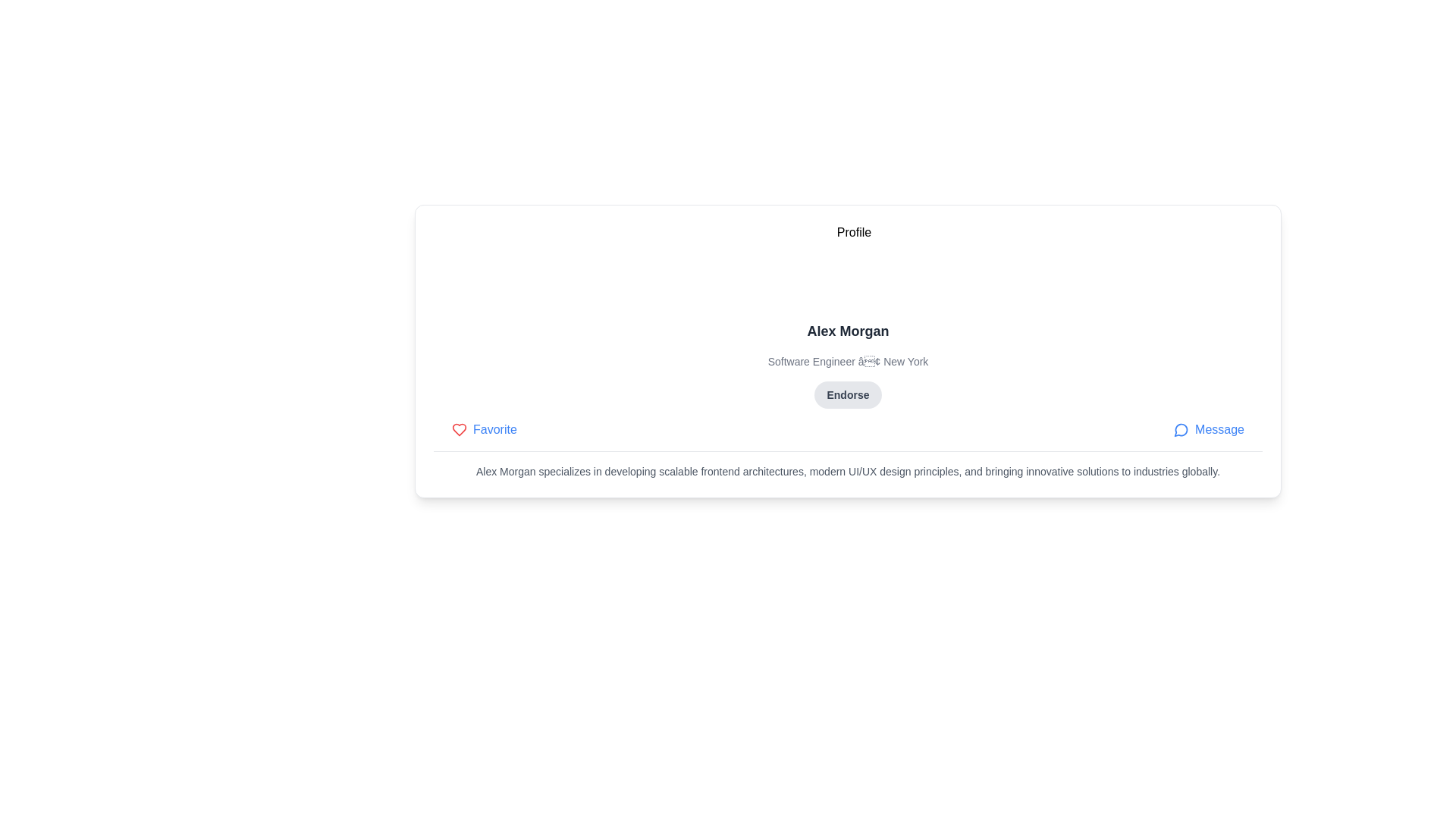 Image resolution: width=1456 pixels, height=819 pixels. Describe the element at coordinates (1219, 430) in the screenshot. I see `the text label located in the bottom-right corner of the profile card interface, which serves as a visual cue for initiating messaging functionality` at that location.